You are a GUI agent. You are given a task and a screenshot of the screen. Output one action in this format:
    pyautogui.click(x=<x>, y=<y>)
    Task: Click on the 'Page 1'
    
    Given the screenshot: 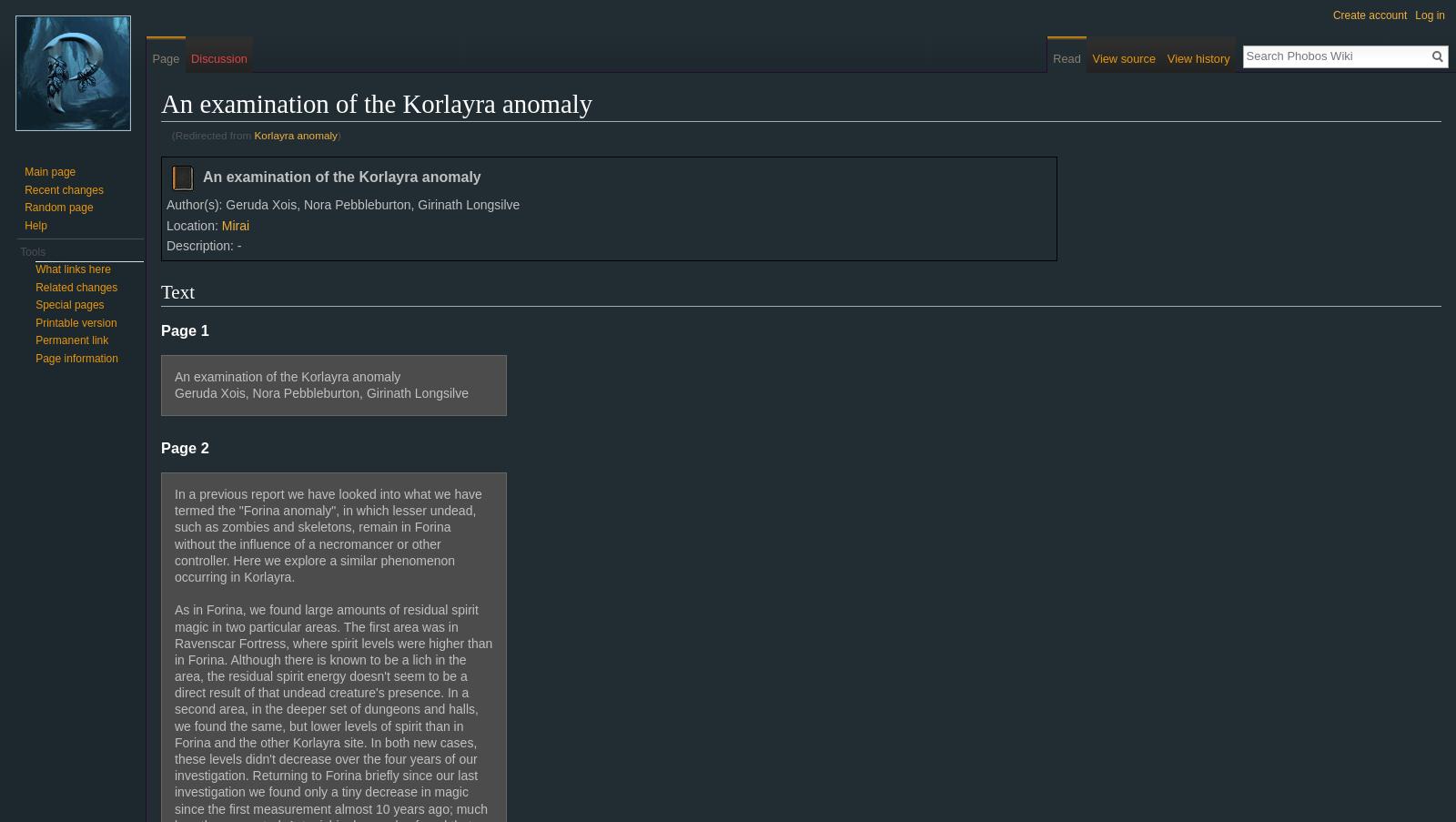 What is the action you would take?
    pyautogui.click(x=159, y=330)
    